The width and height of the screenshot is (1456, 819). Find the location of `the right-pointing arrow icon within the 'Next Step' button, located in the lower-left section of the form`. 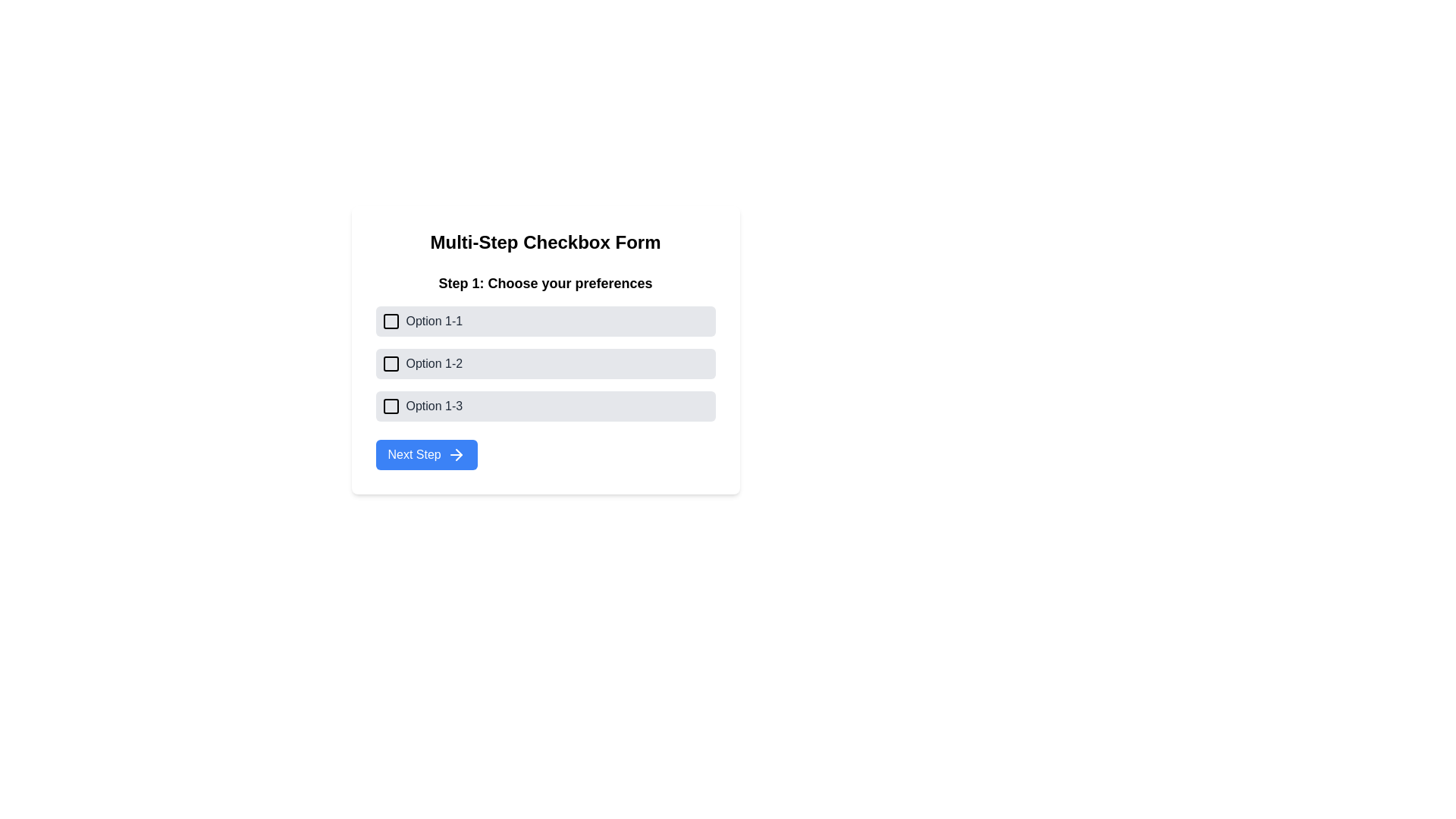

the right-pointing arrow icon within the 'Next Step' button, located in the lower-left section of the form is located at coordinates (458, 454).